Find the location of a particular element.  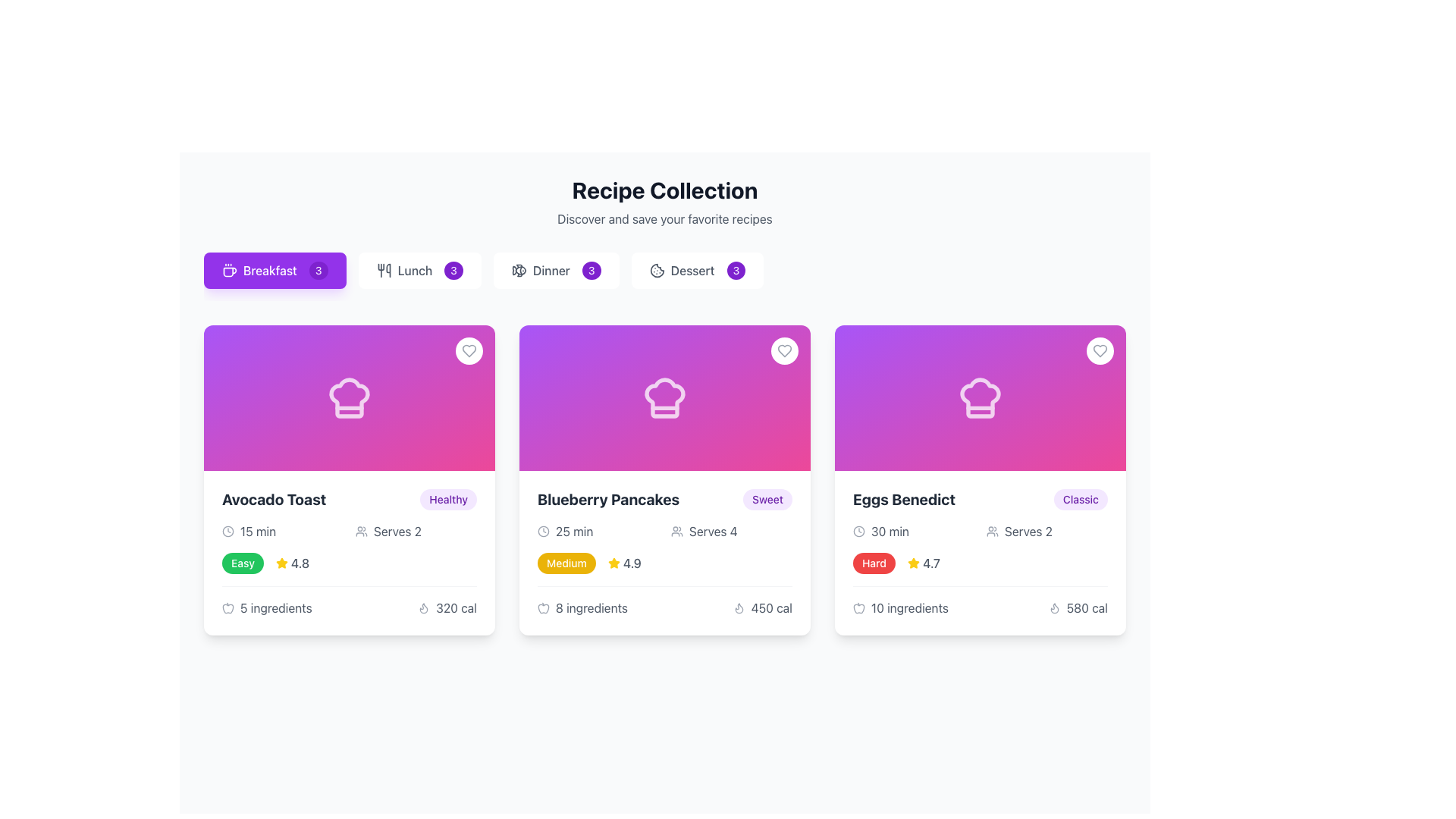

the icon located to the left of the 'Serves 2' text in the 'Avocado Toast' card, which visually reinforces the information about the number of servings is located at coordinates (360, 531).